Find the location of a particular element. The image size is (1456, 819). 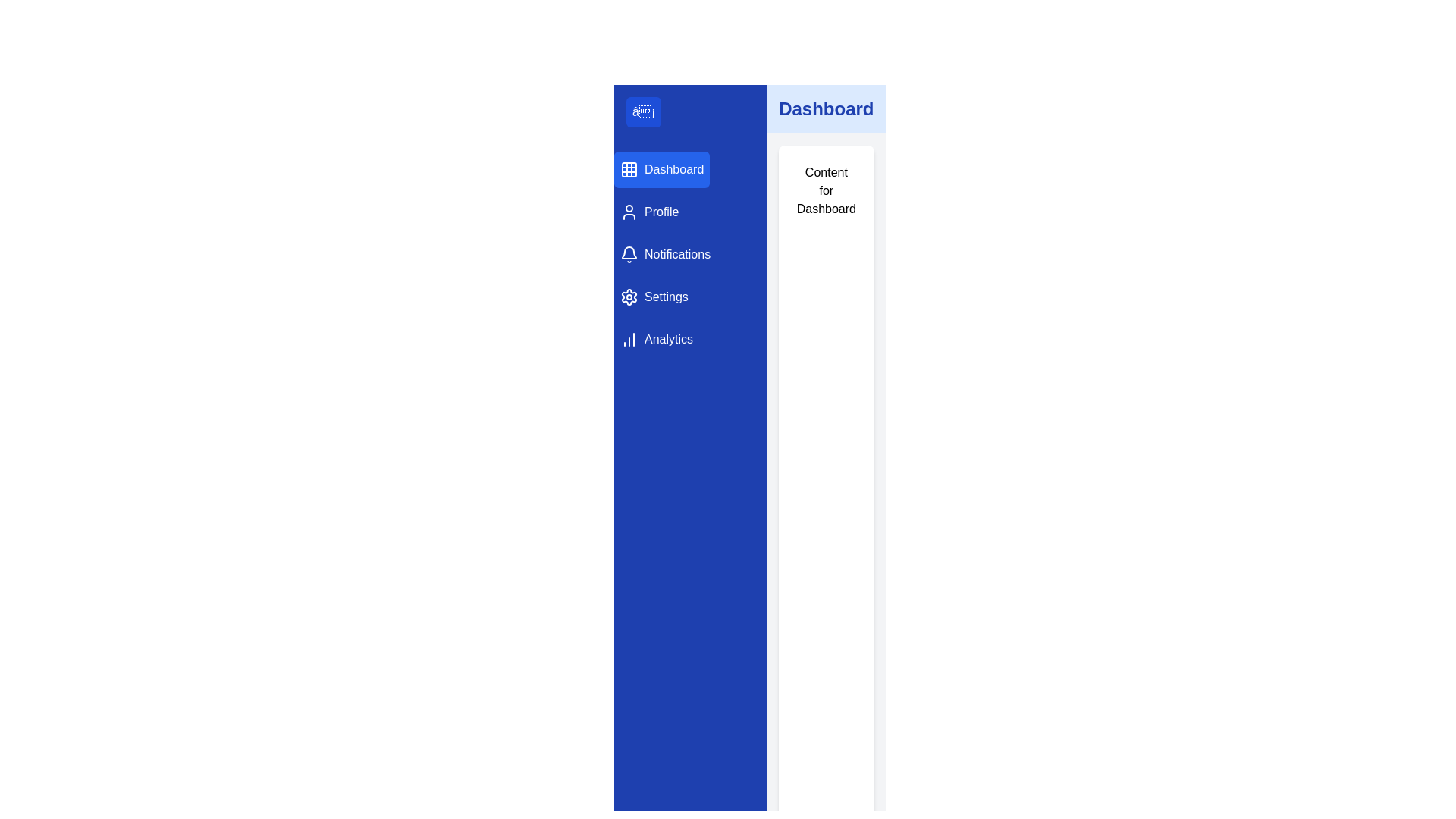

the 'Settings' button in the vertical navigation menu, which features a cogwheel icon and a dark blue background is located at coordinates (654, 297).